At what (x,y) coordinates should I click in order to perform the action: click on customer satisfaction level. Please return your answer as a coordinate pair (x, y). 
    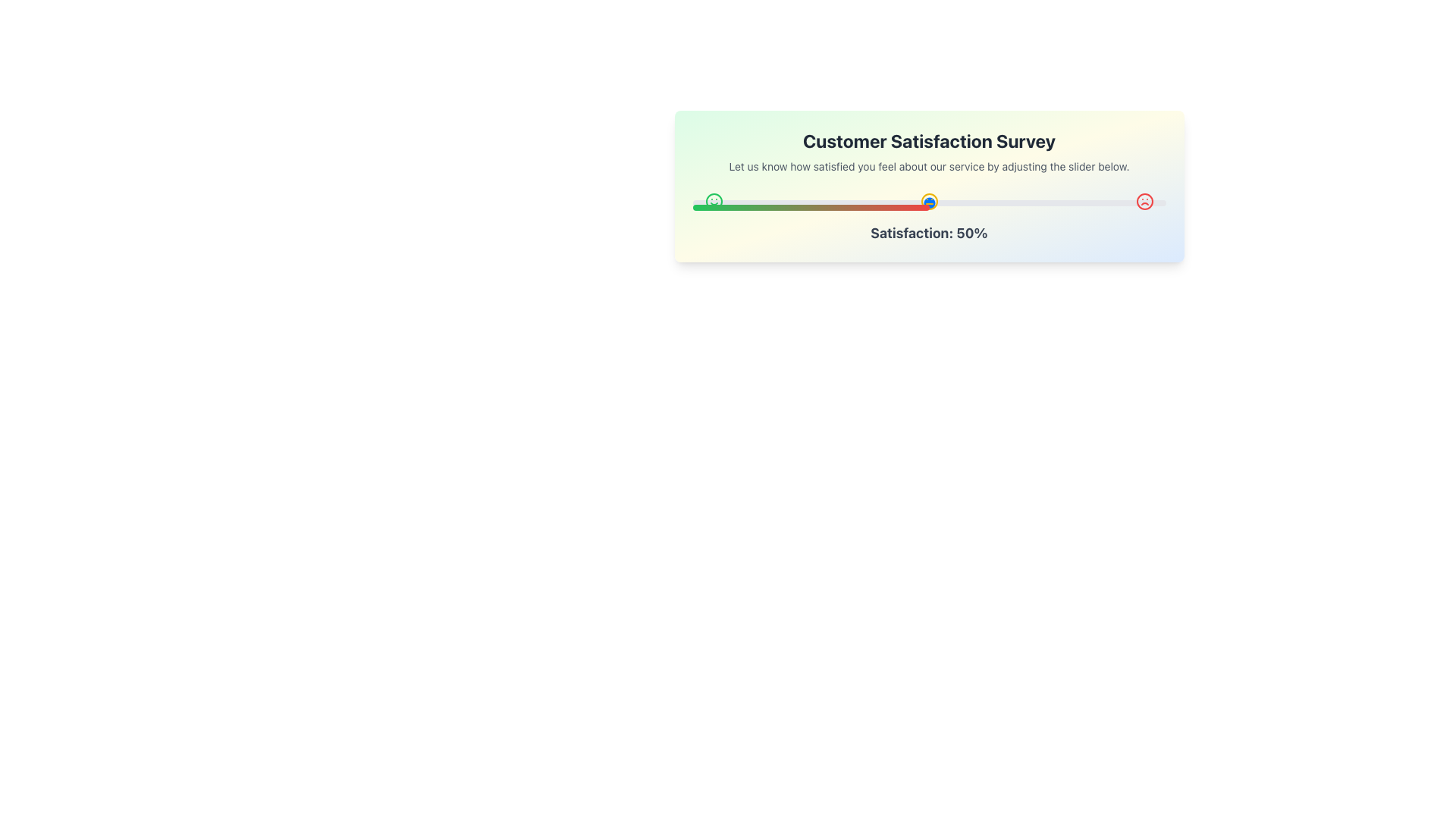
    Looking at the image, I should click on (896, 202).